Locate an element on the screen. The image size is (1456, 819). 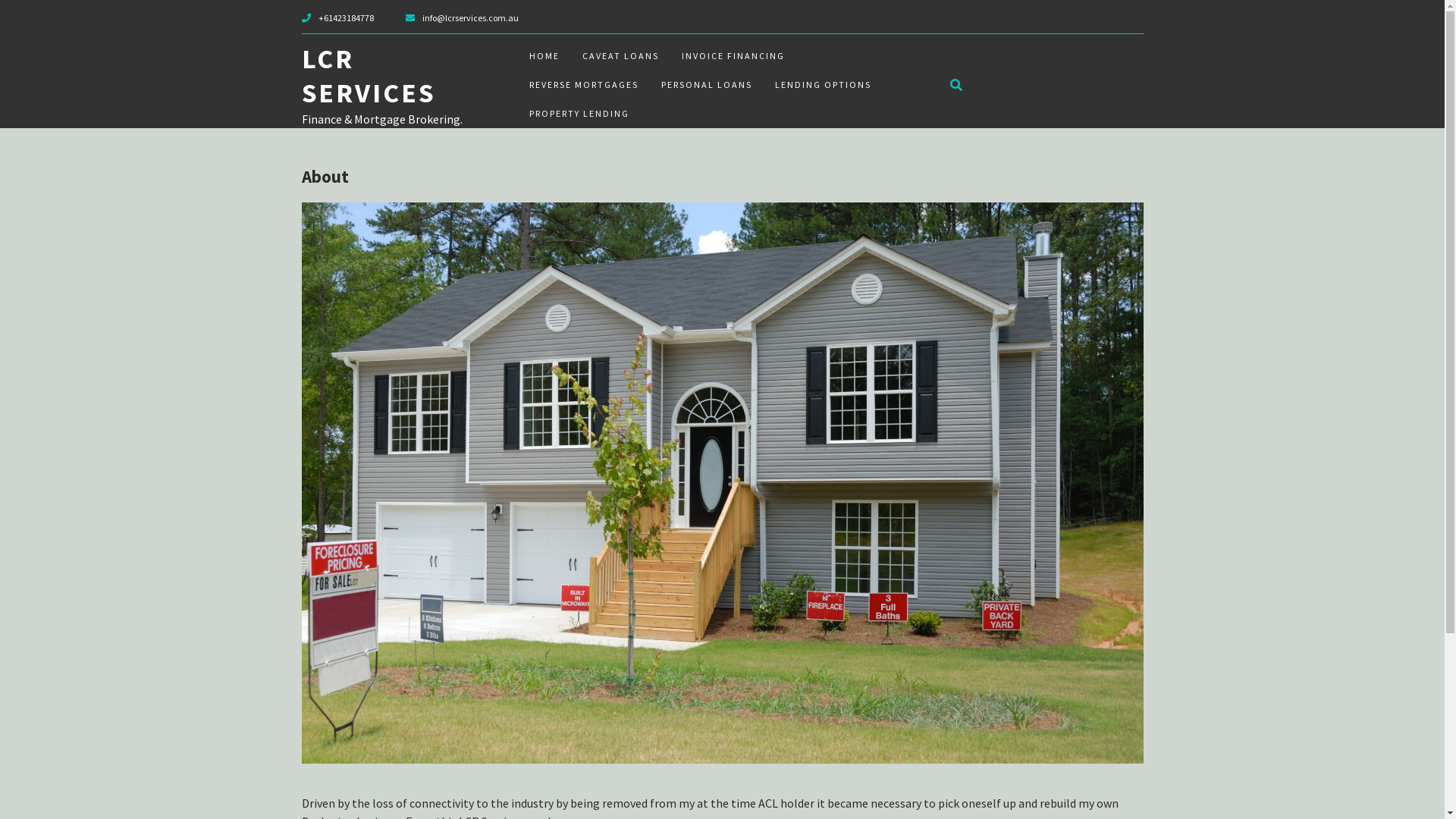
'PROPERTY LENDING' is located at coordinates (578, 113).